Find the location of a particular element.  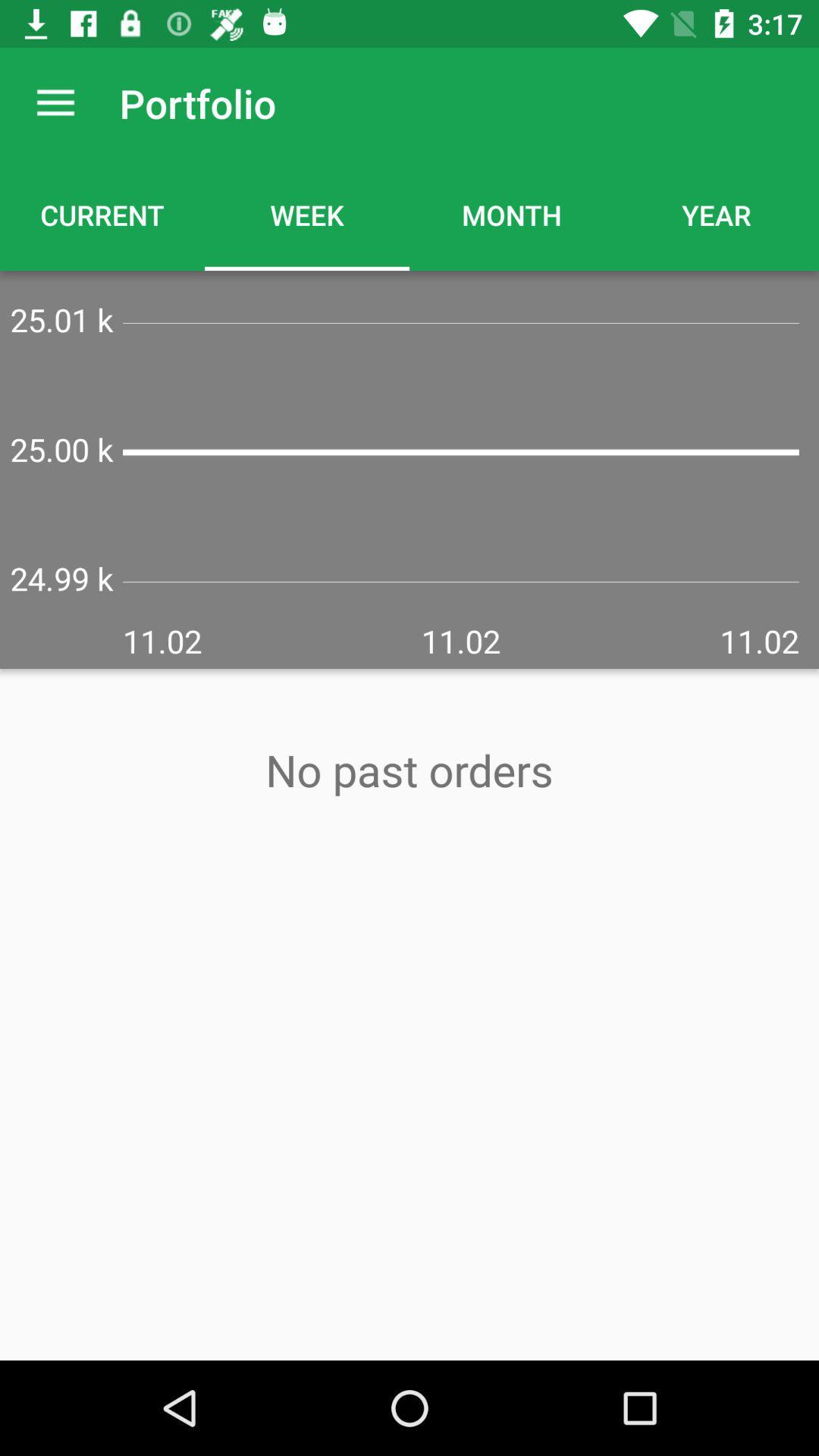

the item to the left of portfolio is located at coordinates (55, 102).